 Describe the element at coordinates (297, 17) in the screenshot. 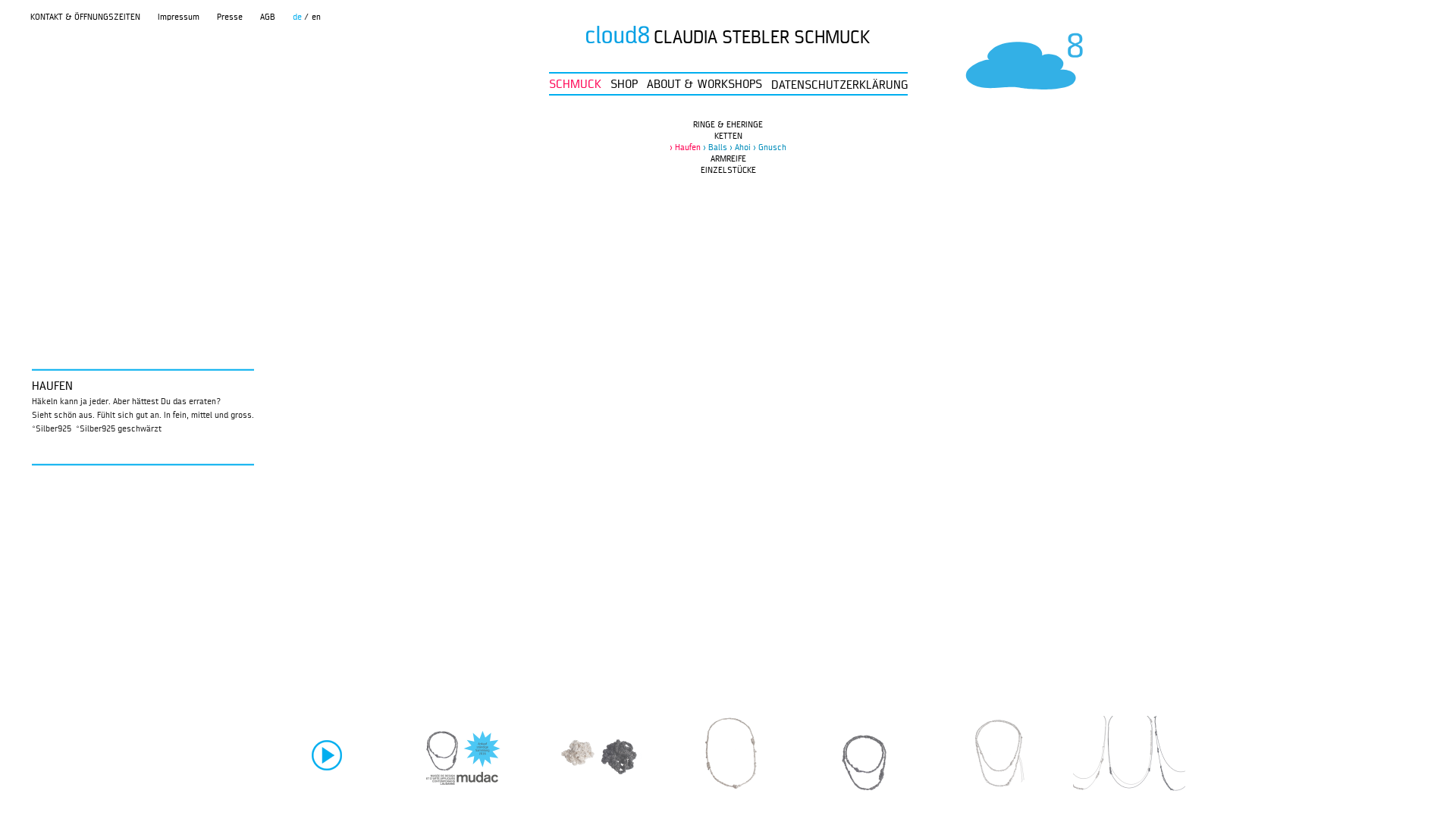

I see `'de'` at that location.